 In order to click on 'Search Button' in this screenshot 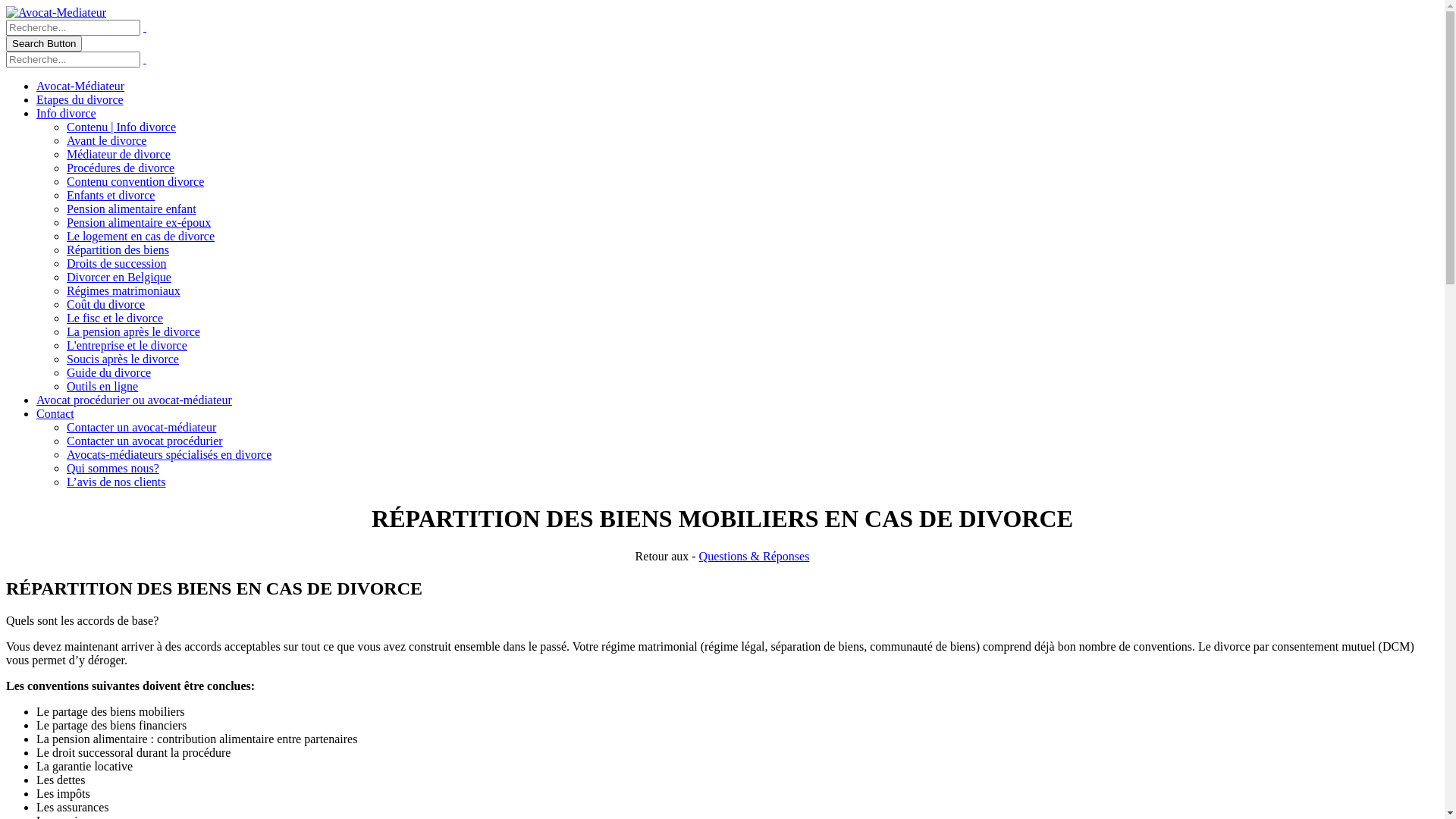, I will do `click(43, 42)`.